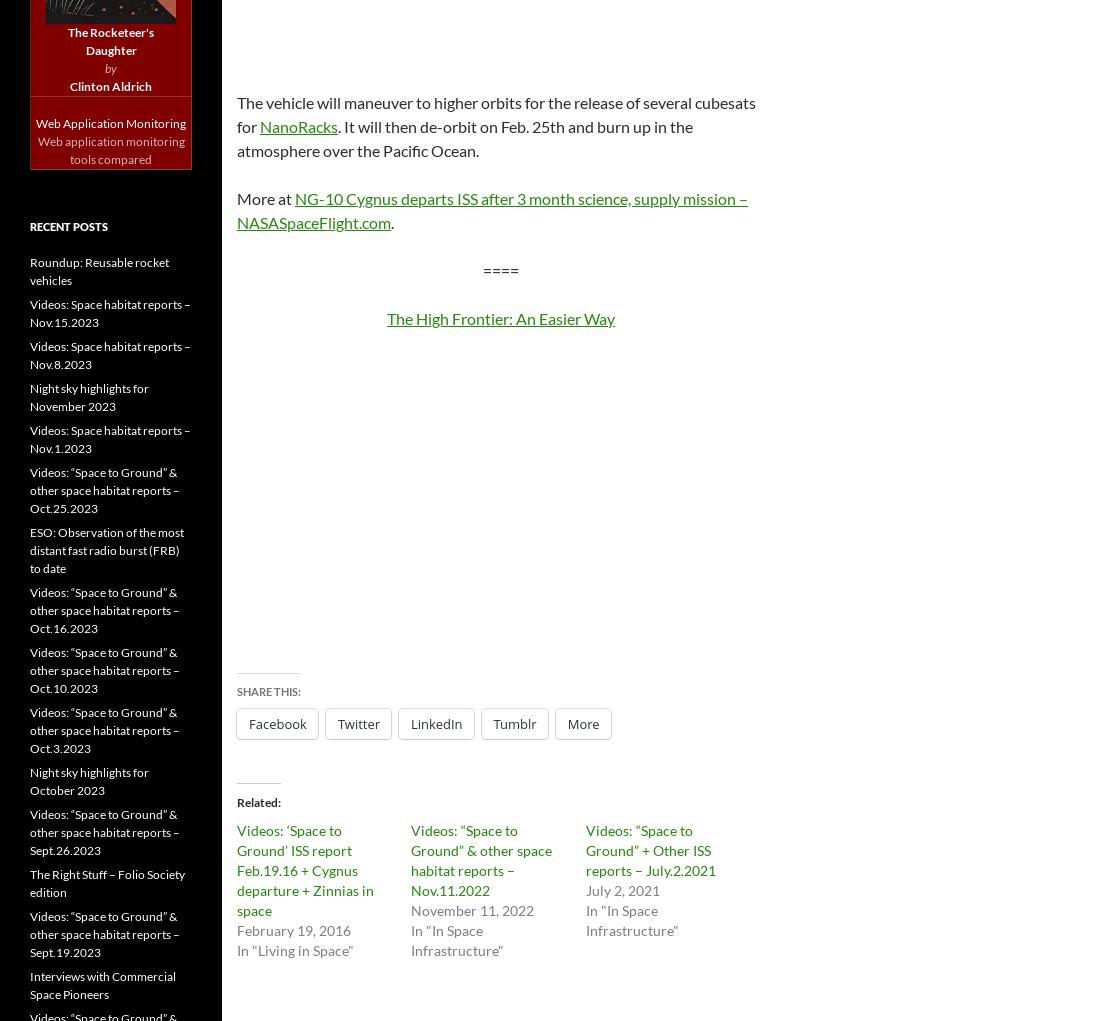 The image size is (1100, 1021). I want to click on 'The High Frontier: An Easier Way', so click(501, 316).